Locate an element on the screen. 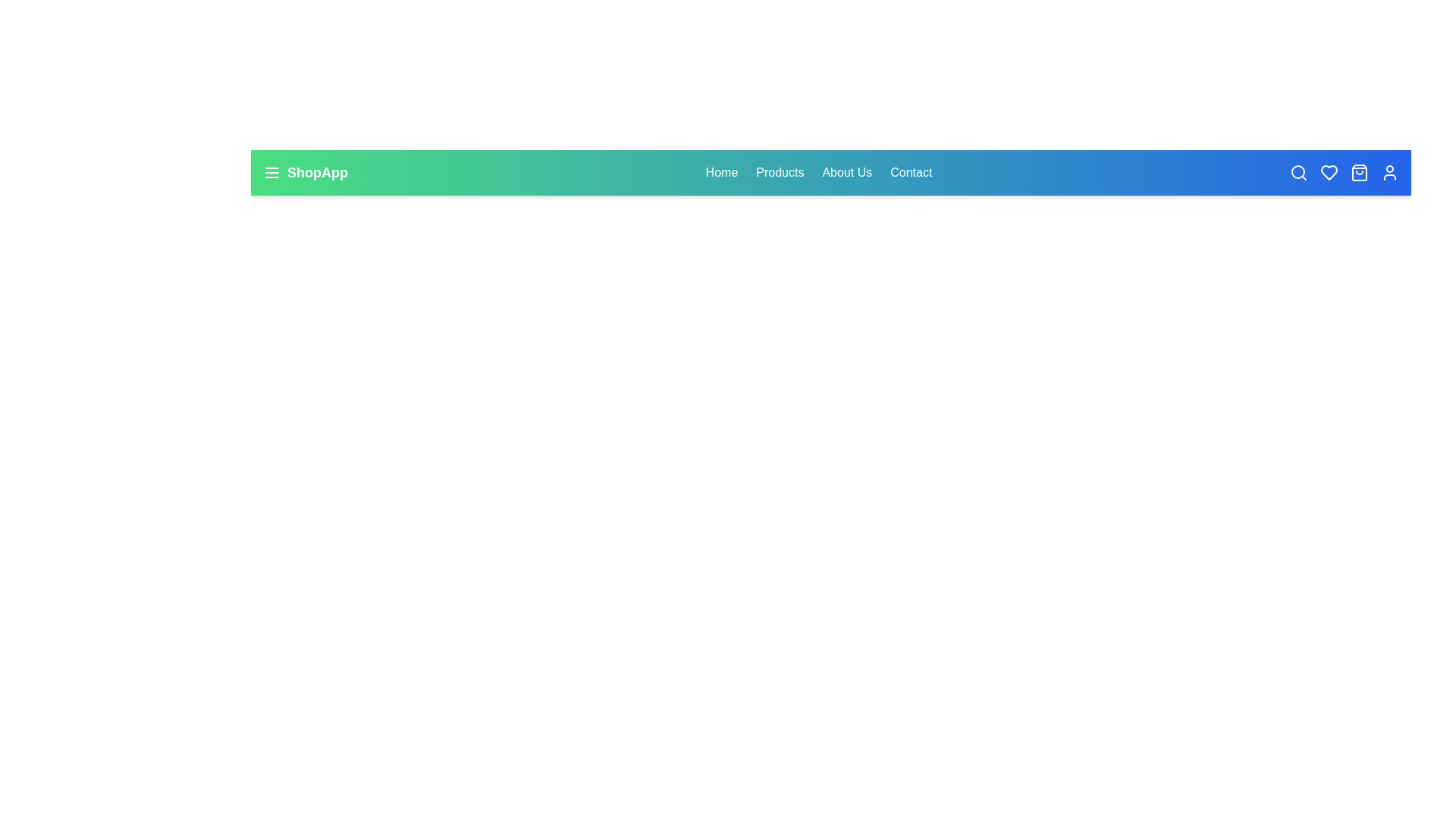  the 'About Us' link in the navigation bar is located at coordinates (846, 171).